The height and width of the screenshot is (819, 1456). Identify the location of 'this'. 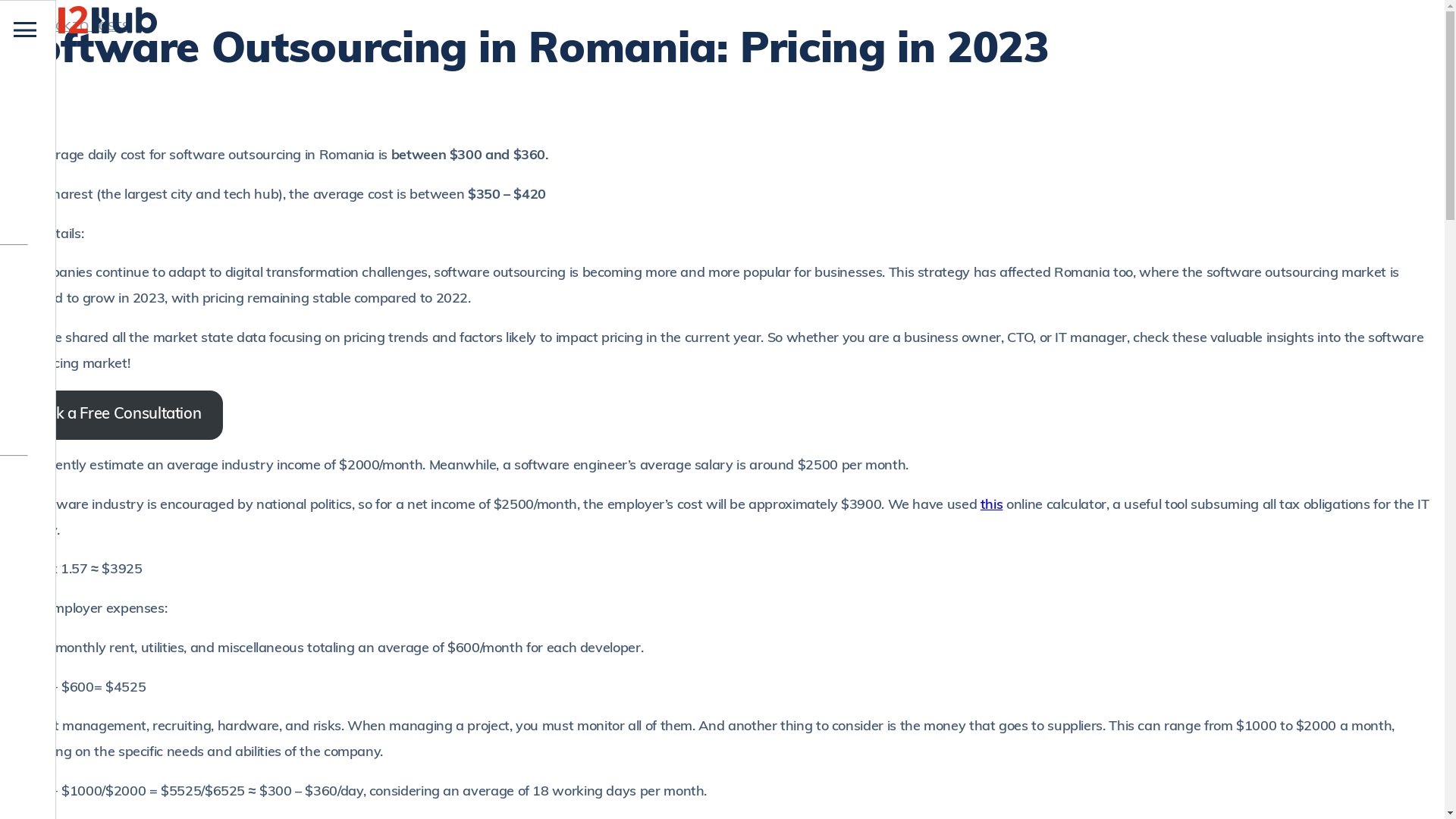
(992, 505).